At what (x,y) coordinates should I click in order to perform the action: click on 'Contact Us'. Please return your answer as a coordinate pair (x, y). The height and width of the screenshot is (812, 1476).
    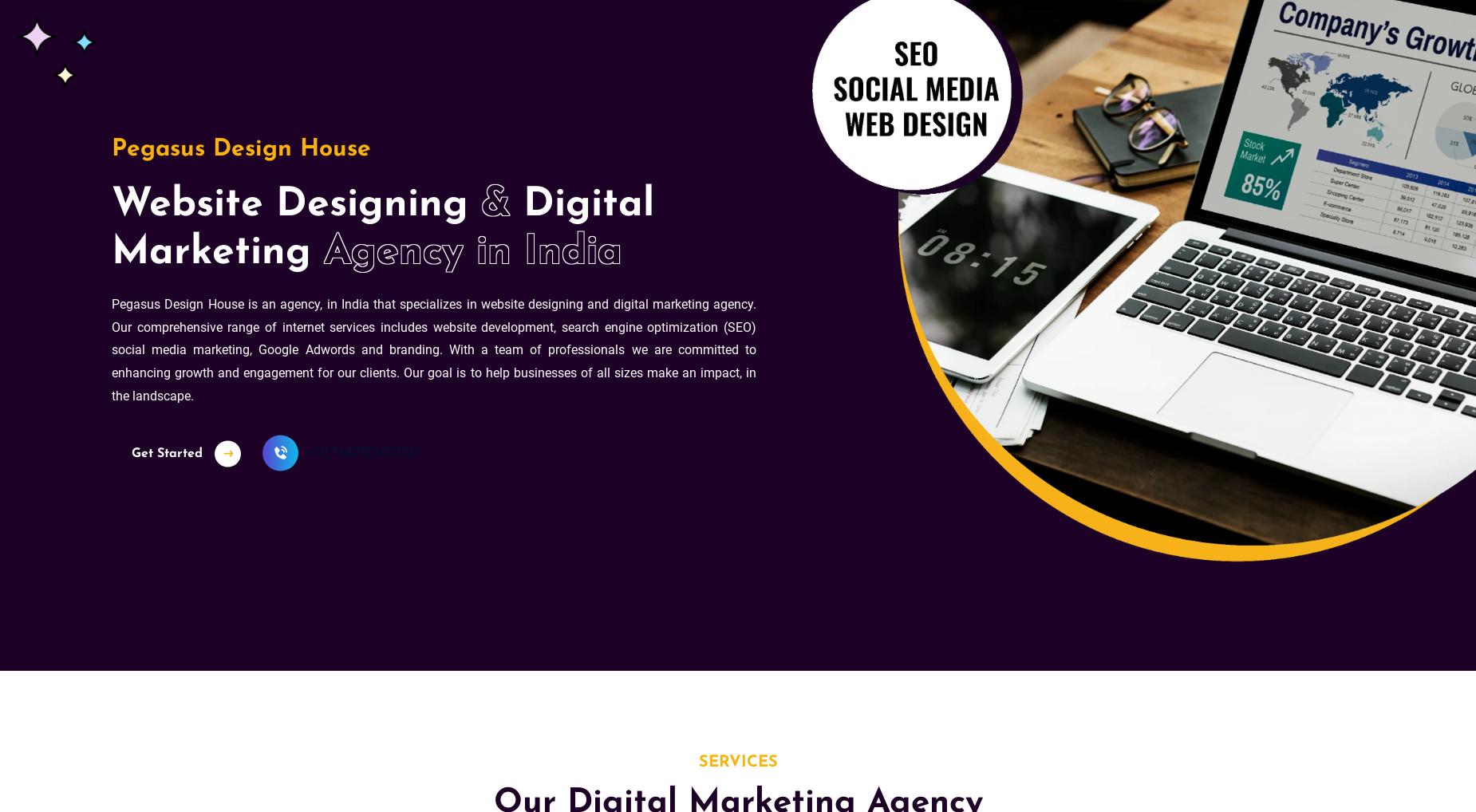
    Looking at the image, I should click on (602, 33).